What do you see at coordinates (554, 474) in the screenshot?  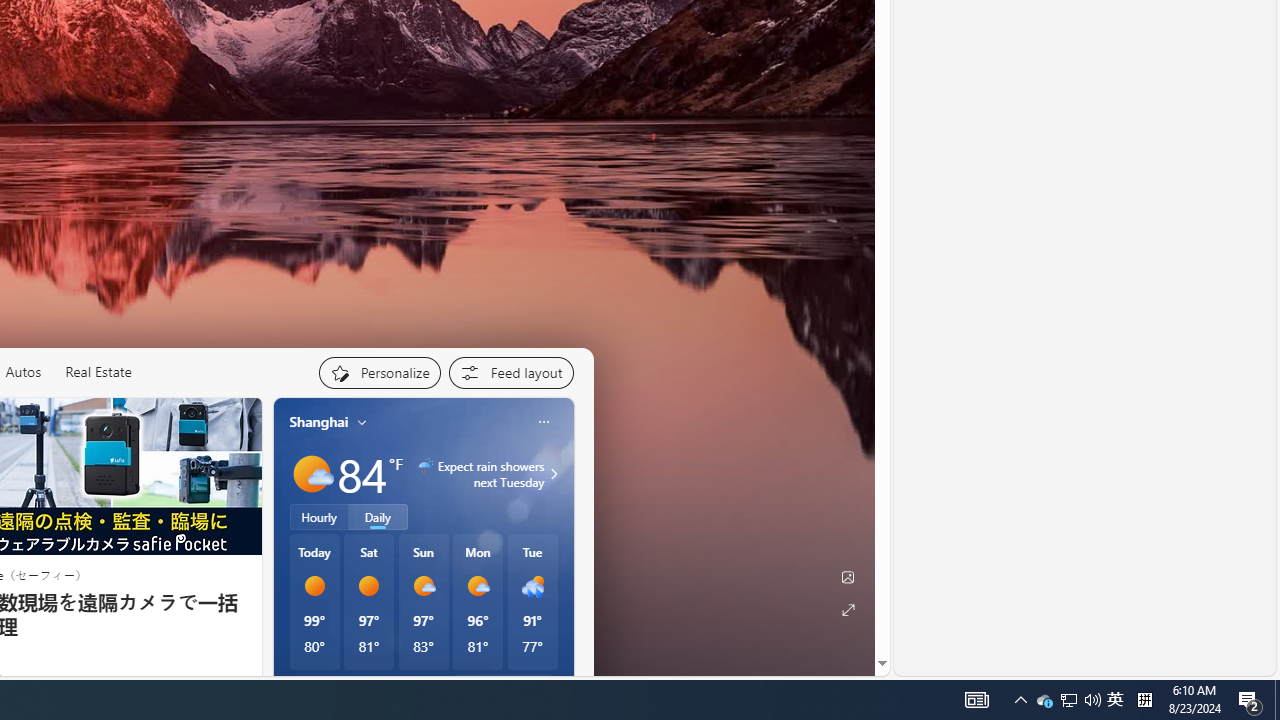 I see `'Class: weather-arrow-glyph'` at bounding box center [554, 474].